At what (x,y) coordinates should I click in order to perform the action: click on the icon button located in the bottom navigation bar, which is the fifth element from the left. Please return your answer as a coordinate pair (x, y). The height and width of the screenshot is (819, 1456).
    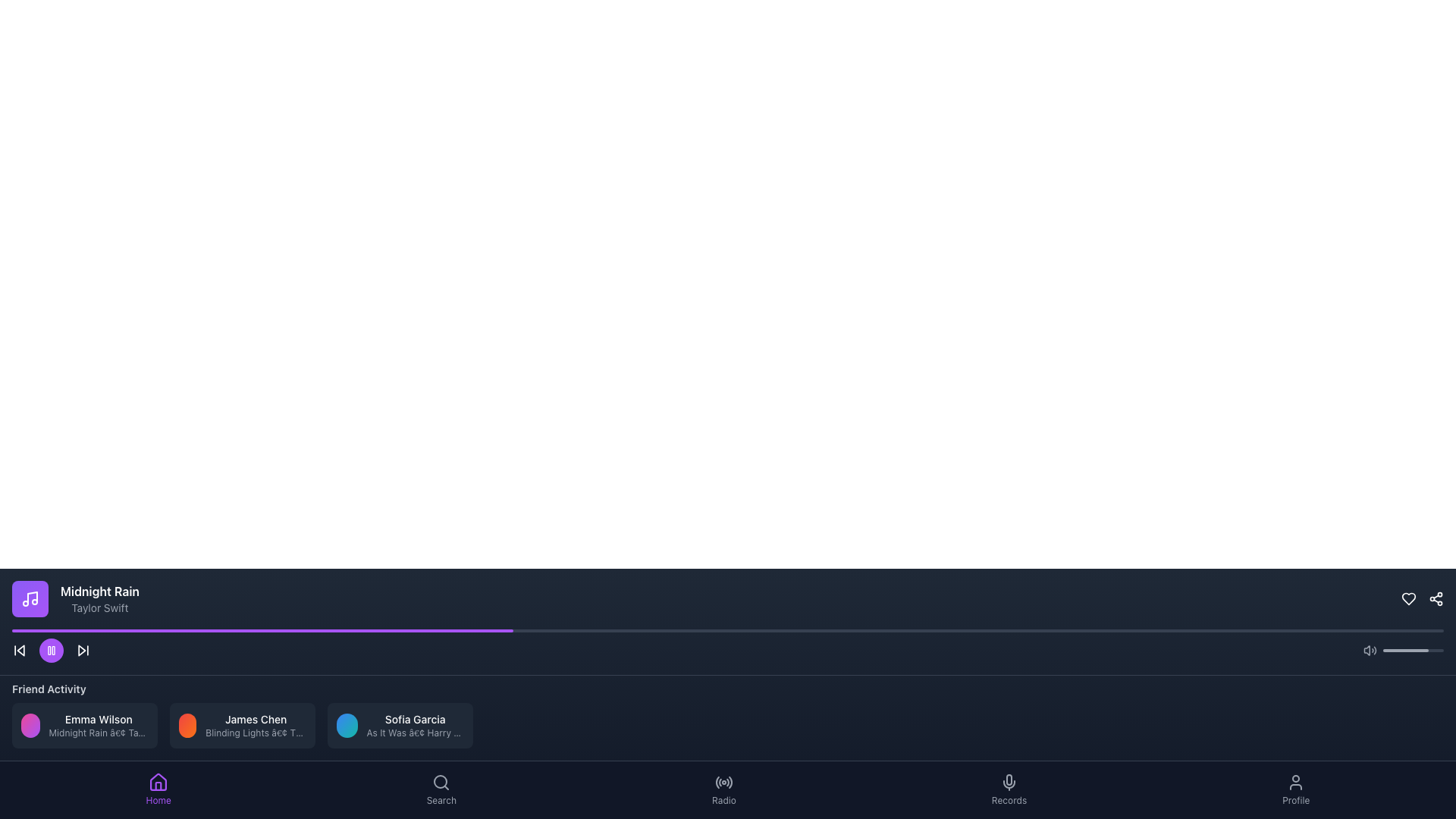
    Looking at the image, I should click on (730, 782).